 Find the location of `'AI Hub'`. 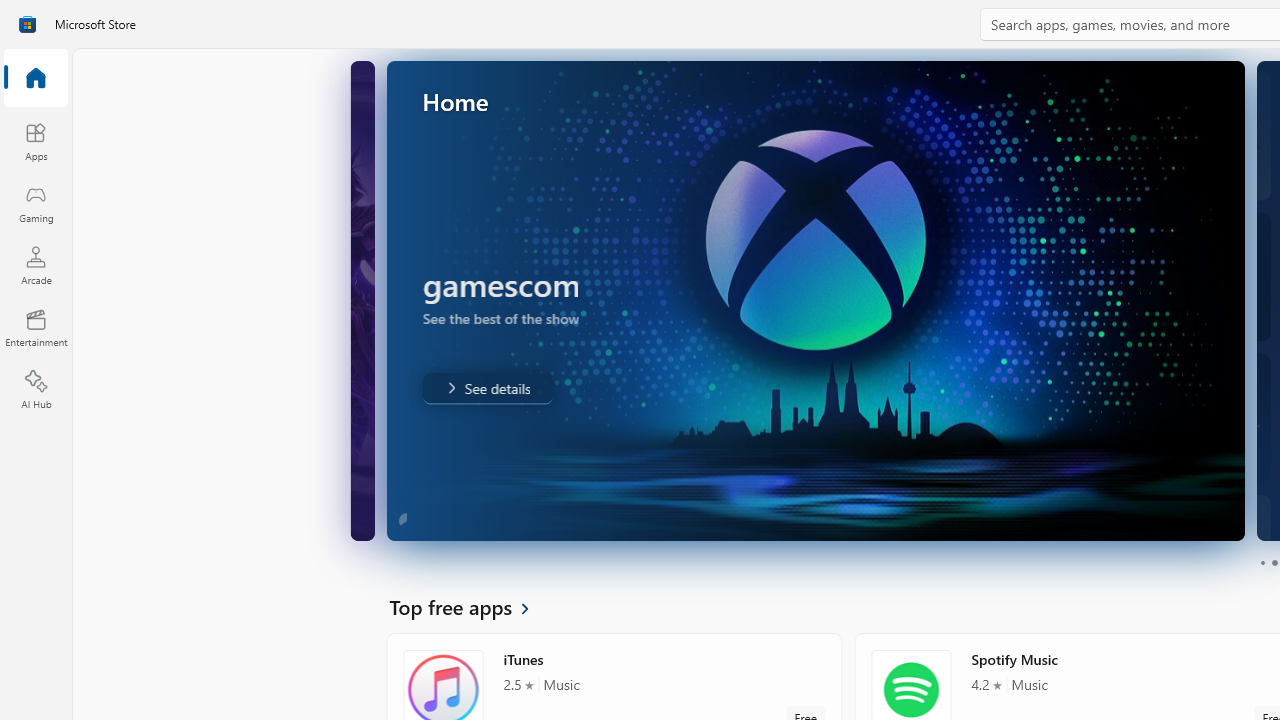

'AI Hub' is located at coordinates (35, 390).